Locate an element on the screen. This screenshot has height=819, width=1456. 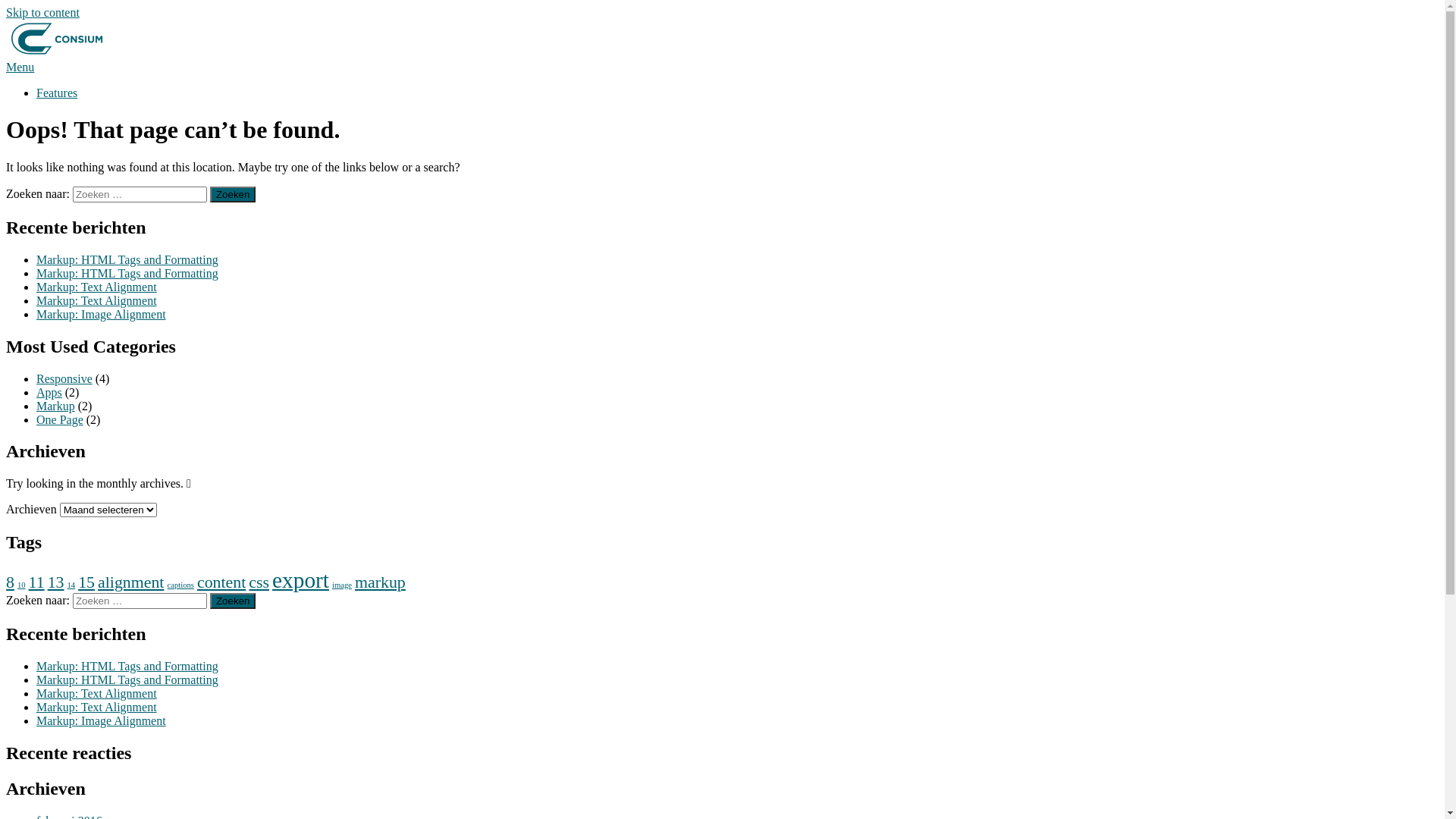
'14' is located at coordinates (71, 584).